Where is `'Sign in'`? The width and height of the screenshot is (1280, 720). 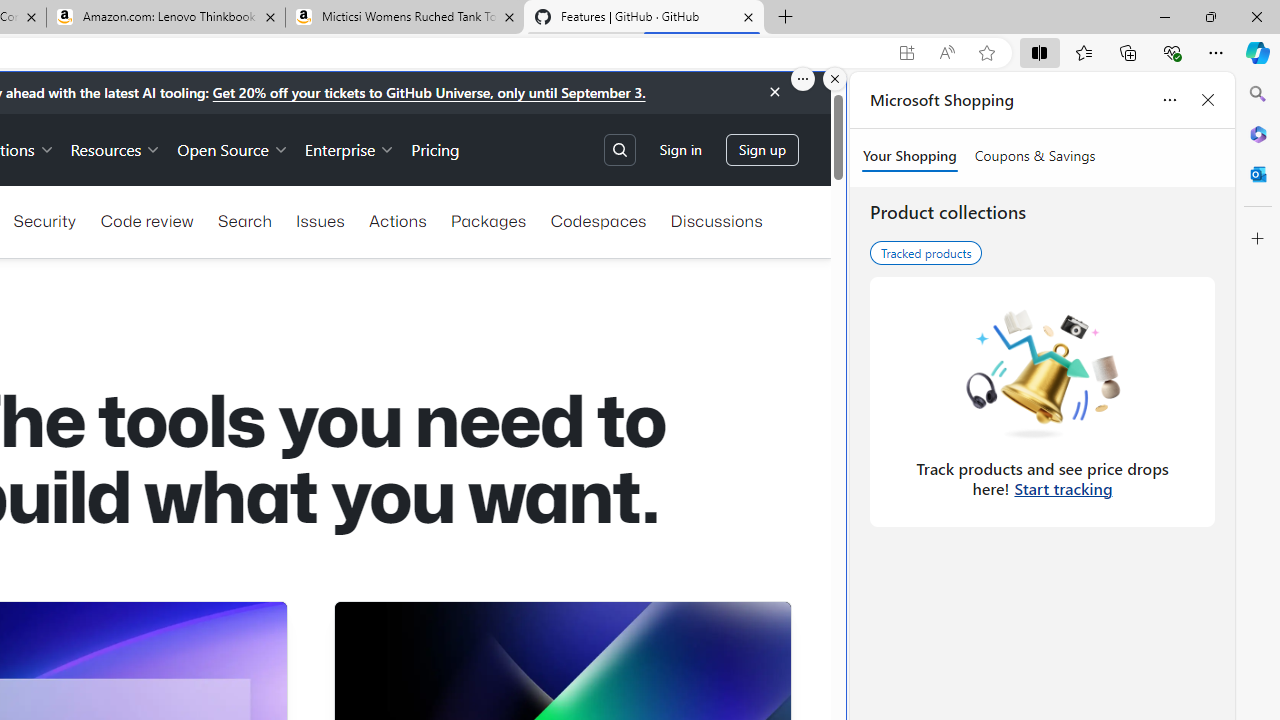
'Sign in' is located at coordinates (680, 148).